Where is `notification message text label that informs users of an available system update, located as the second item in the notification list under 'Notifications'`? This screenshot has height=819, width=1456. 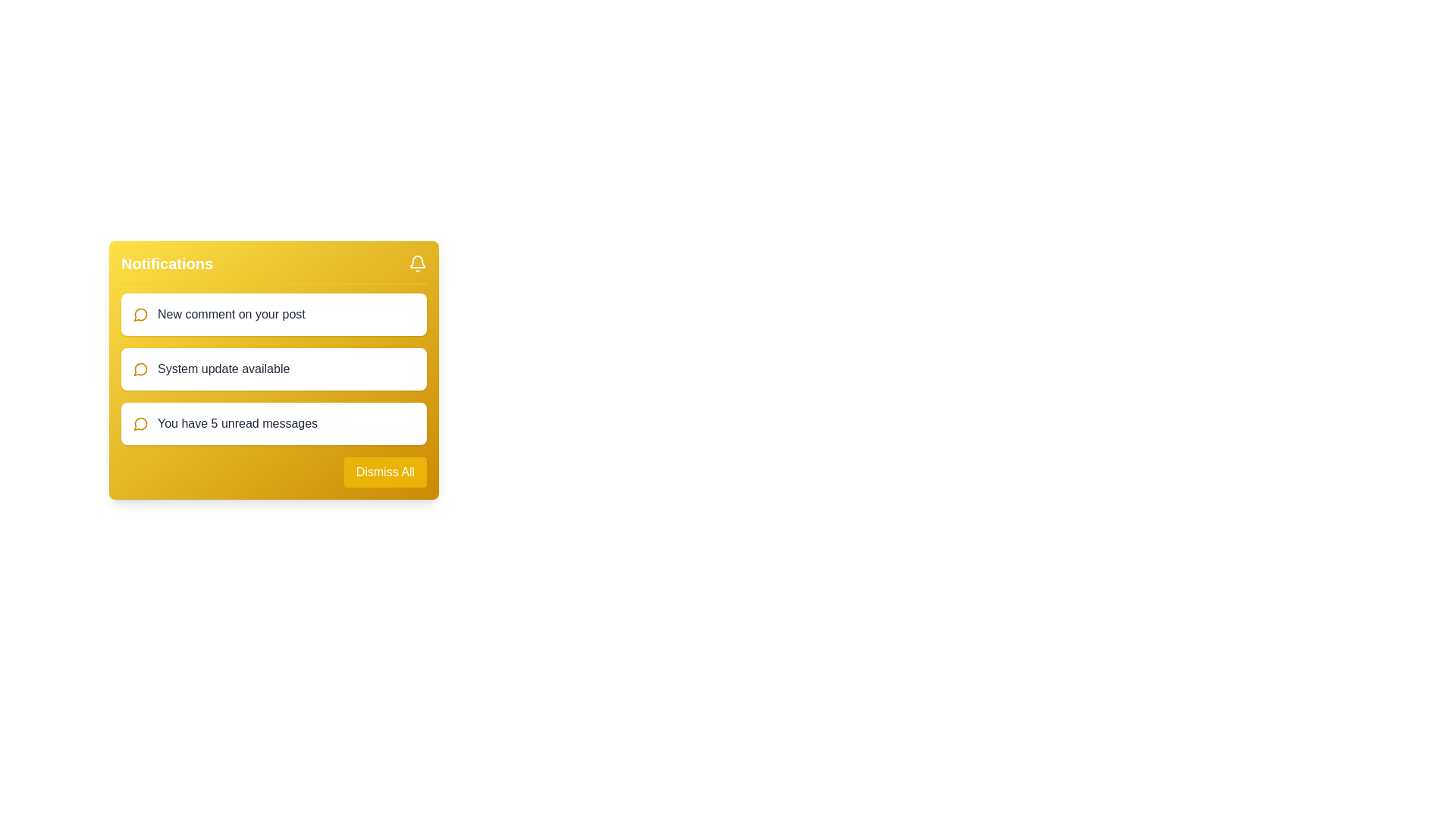
notification message text label that informs users of an available system update, located as the second item in the notification list under 'Notifications' is located at coordinates (223, 369).